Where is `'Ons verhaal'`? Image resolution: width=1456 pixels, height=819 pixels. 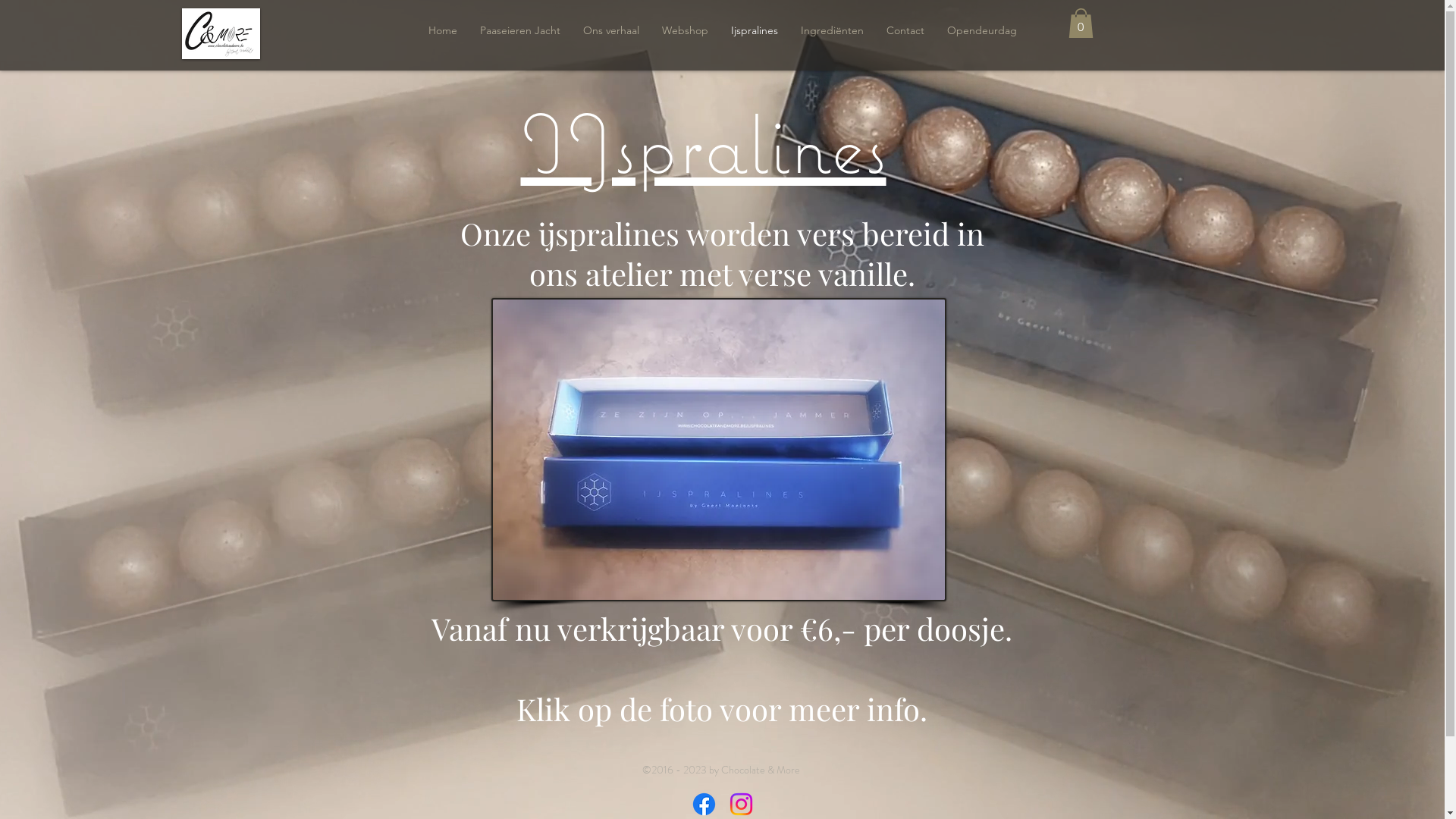
'Ons verhaal' is located at coordinates (611, 30).